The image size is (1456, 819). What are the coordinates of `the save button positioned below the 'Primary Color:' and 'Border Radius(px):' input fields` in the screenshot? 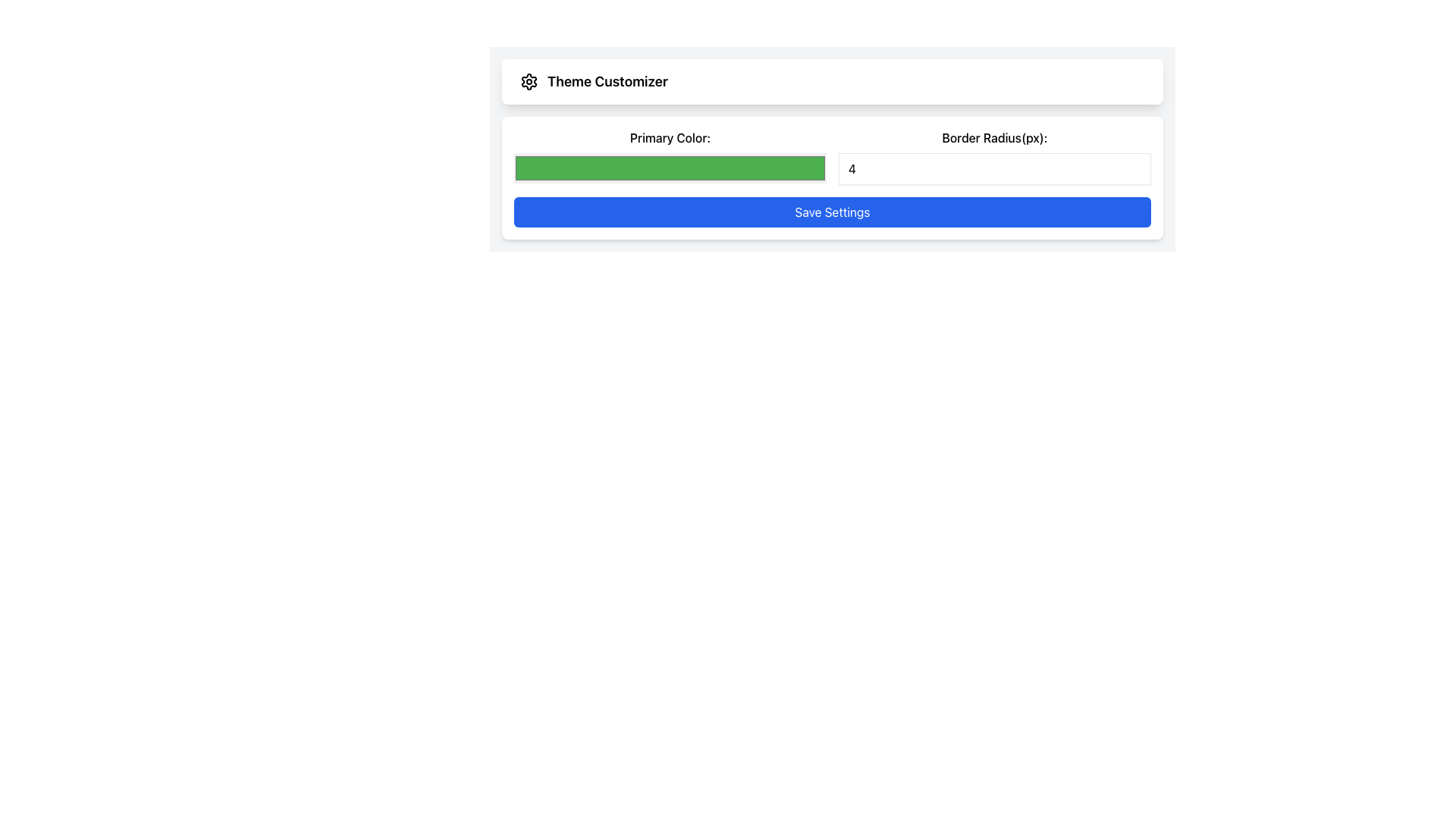 It's located at (832, 212).